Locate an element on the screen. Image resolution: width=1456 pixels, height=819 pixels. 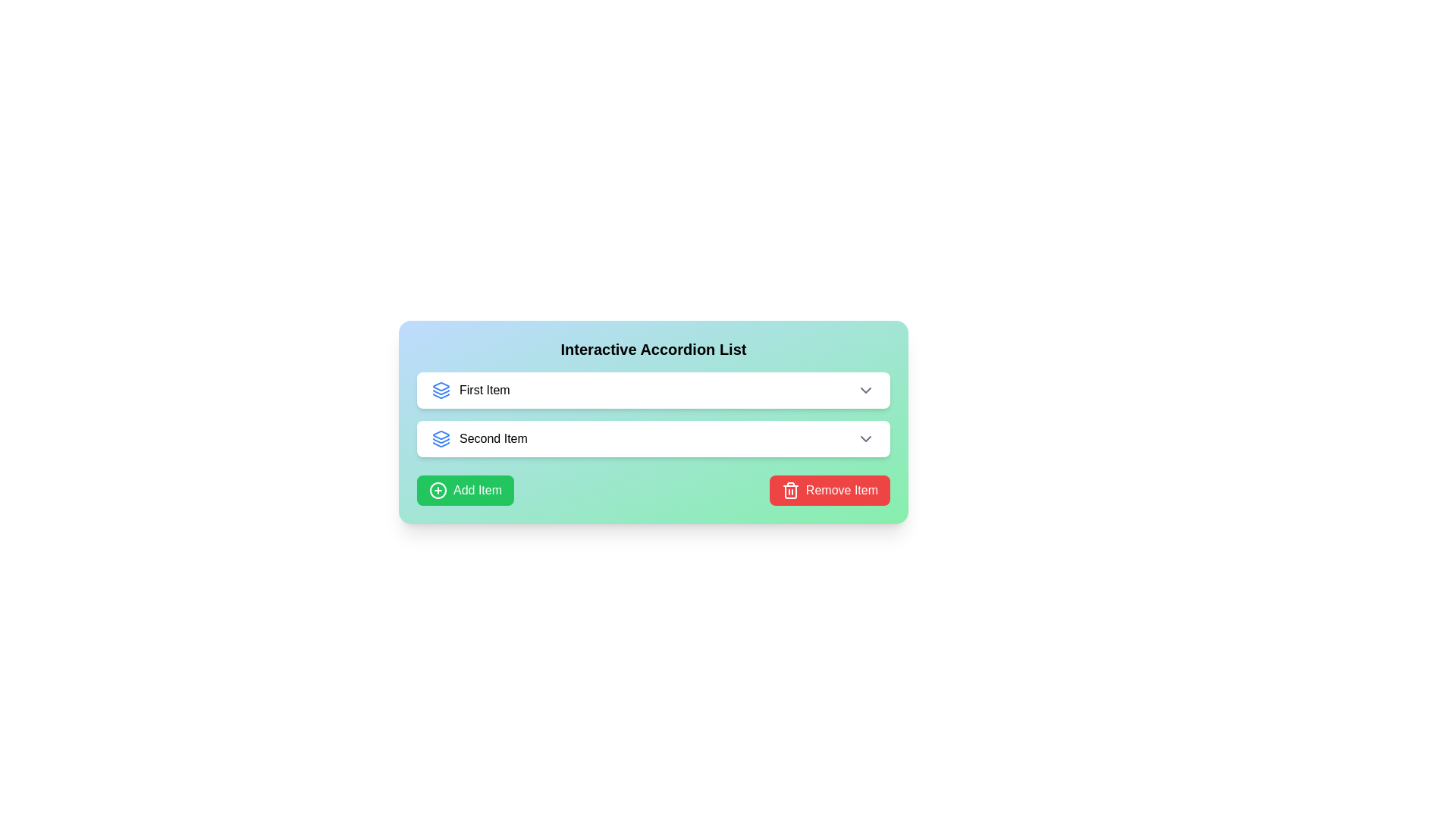
the 'Remove Item' button to remove an item from the list is located at coordinates (829, 491).